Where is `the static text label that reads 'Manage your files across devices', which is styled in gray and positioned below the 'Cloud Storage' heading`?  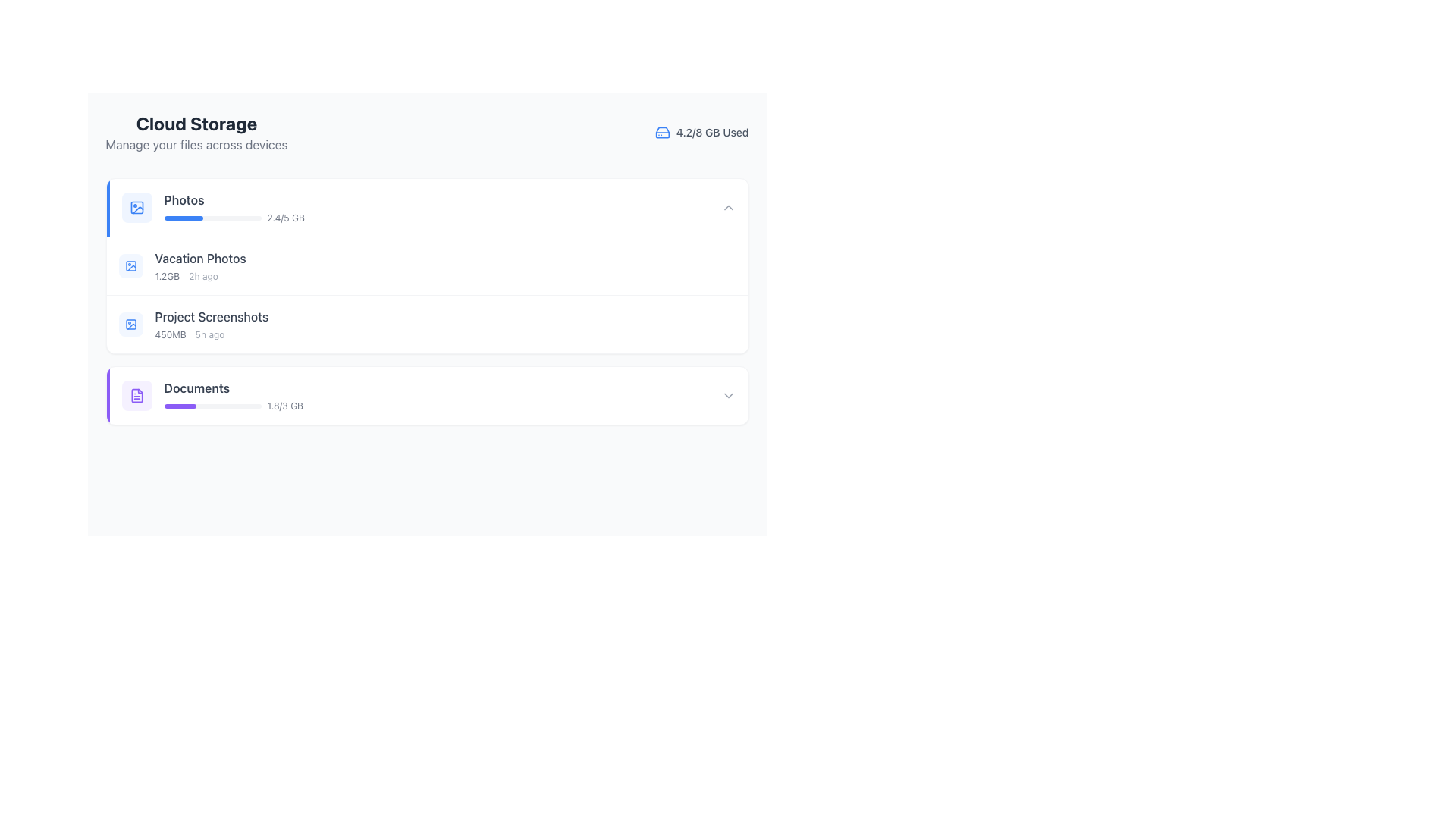
the static text label that reads 'Manage your files across devices', which is styled in gray and positioned below the 'Cloud Storage' heading is located at coordinates (196, 145).